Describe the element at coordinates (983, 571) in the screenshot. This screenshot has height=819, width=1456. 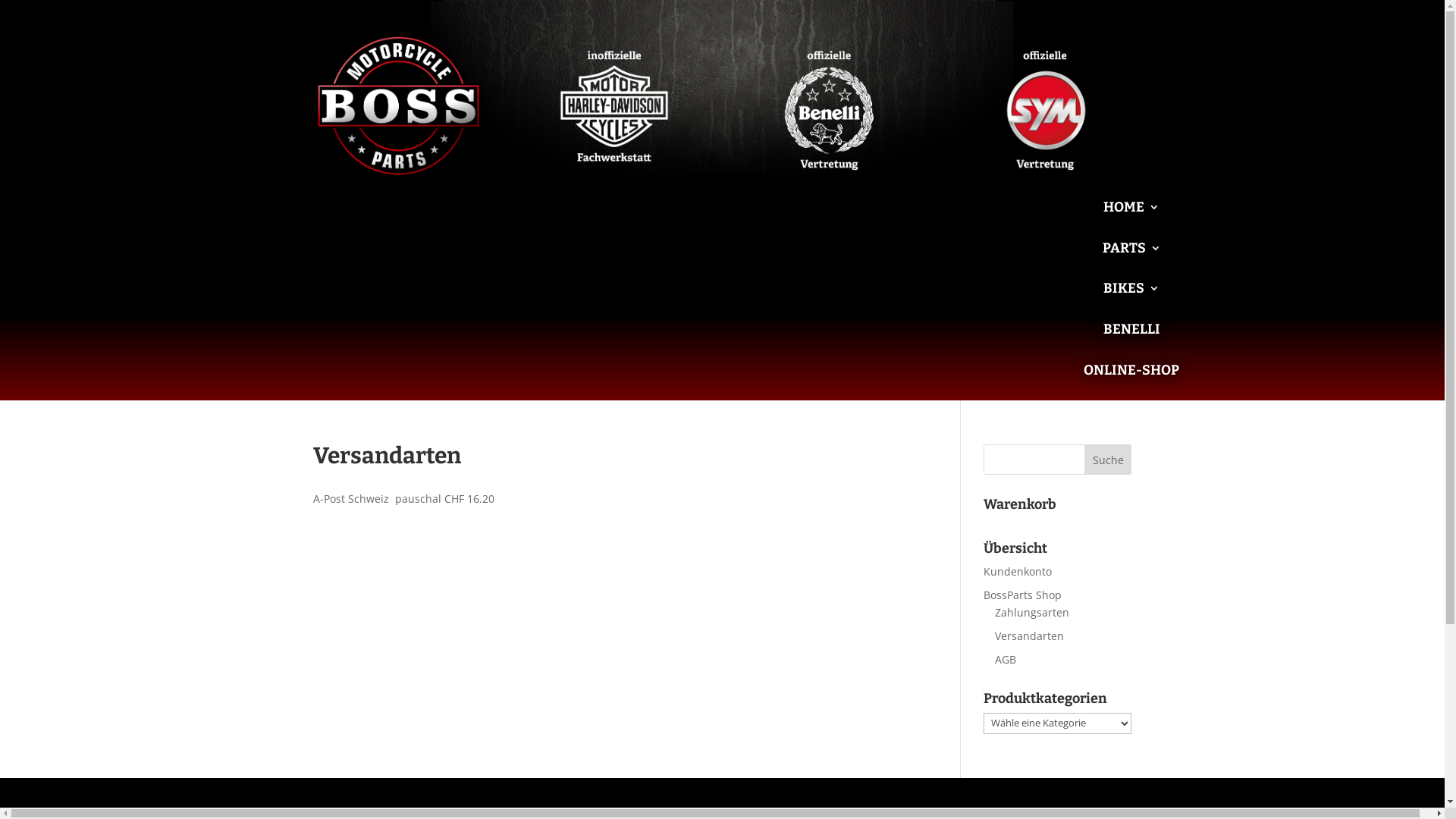
I see `'Kundenkonto'` at that location.